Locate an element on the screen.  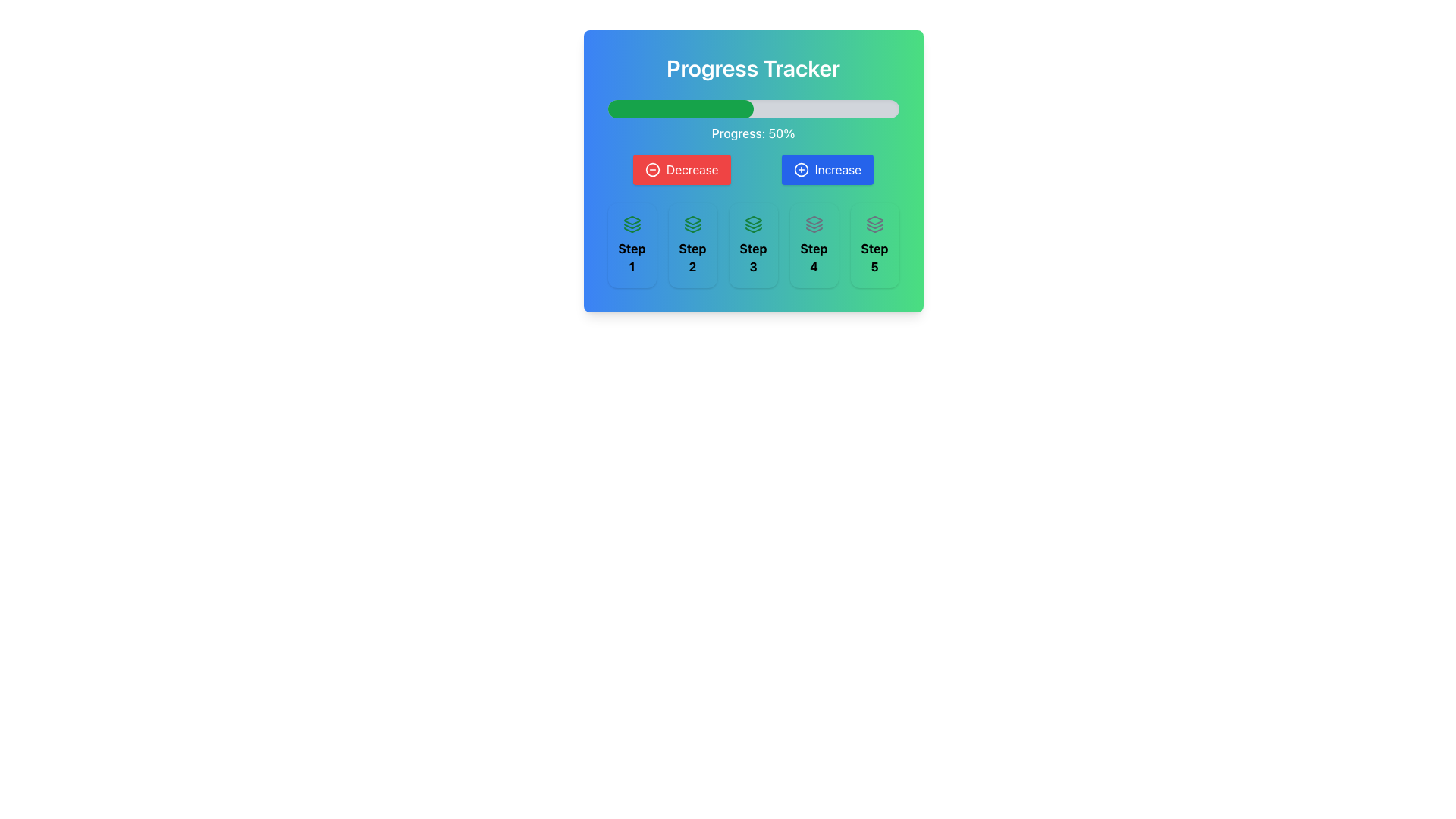
the topmost layer of the three-layer icon structure located within the rightmost 'Step 5' button in the 'Progress Tracker' card is located at coordinates (874, 220).